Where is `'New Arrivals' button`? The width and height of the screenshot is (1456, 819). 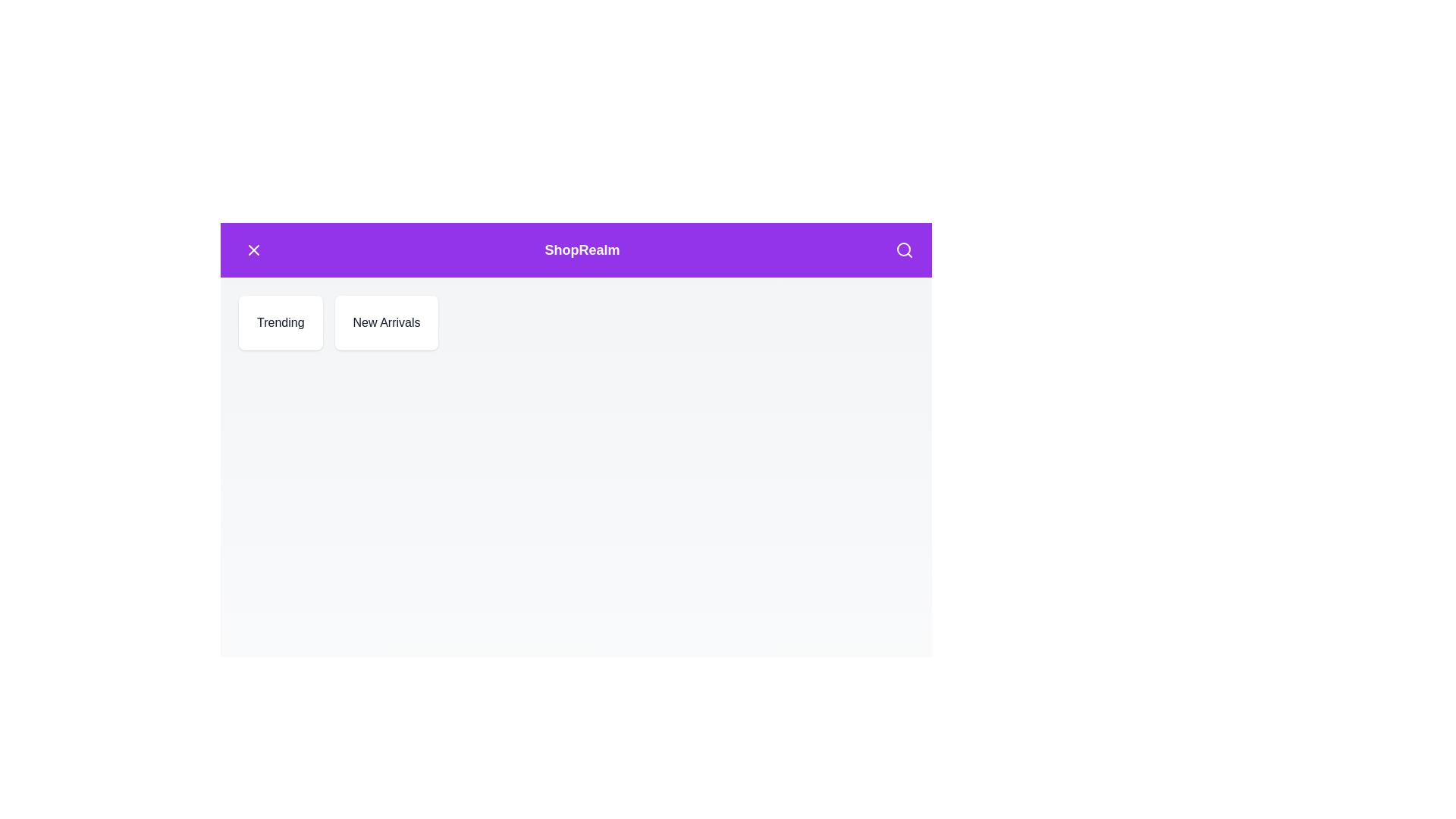
'New Arrivals' button is located at coordinates (386, 322).